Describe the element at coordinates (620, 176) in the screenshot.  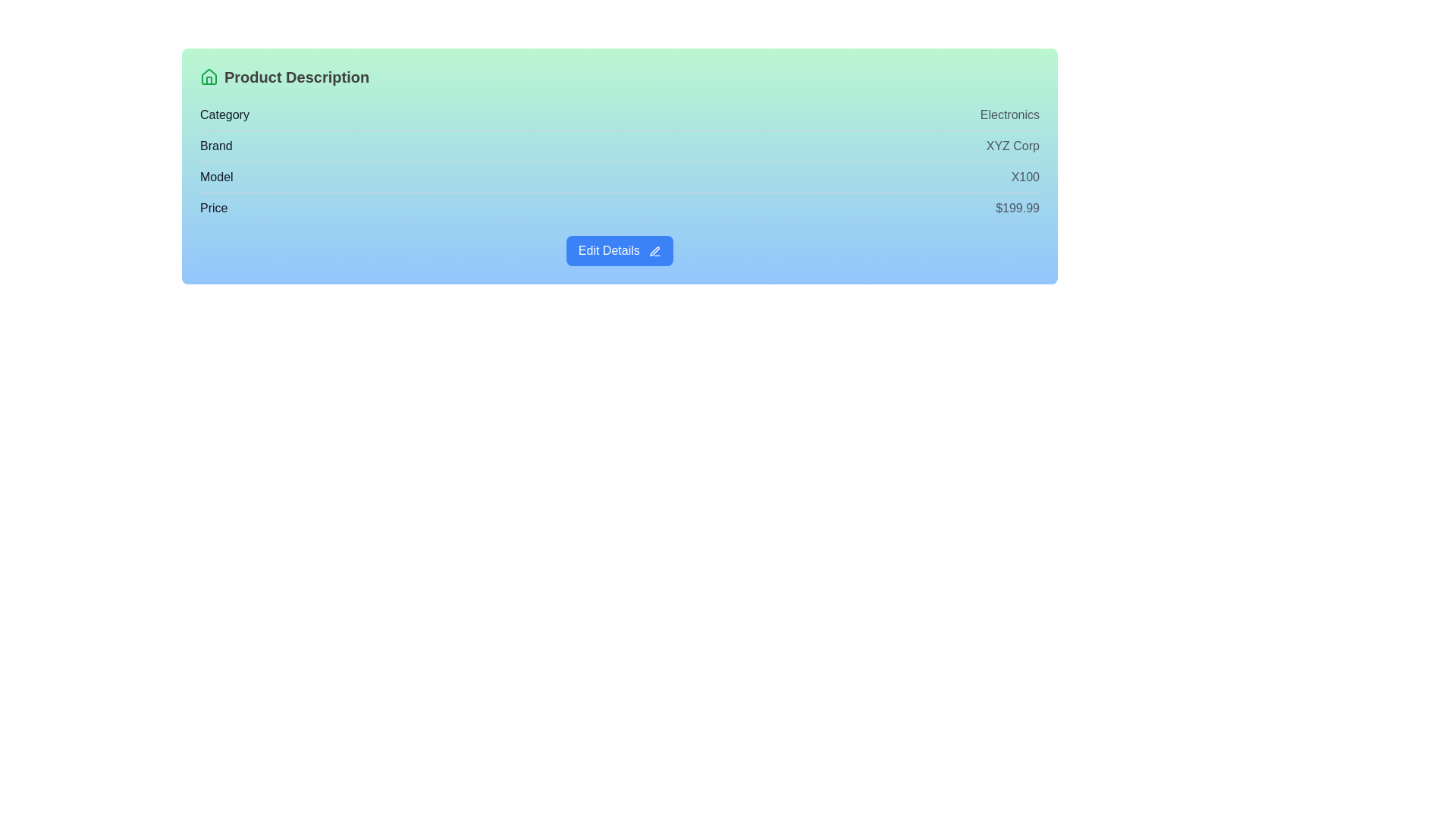
I see `the value 'X100' from the text display labeled 'Model'` at that location.